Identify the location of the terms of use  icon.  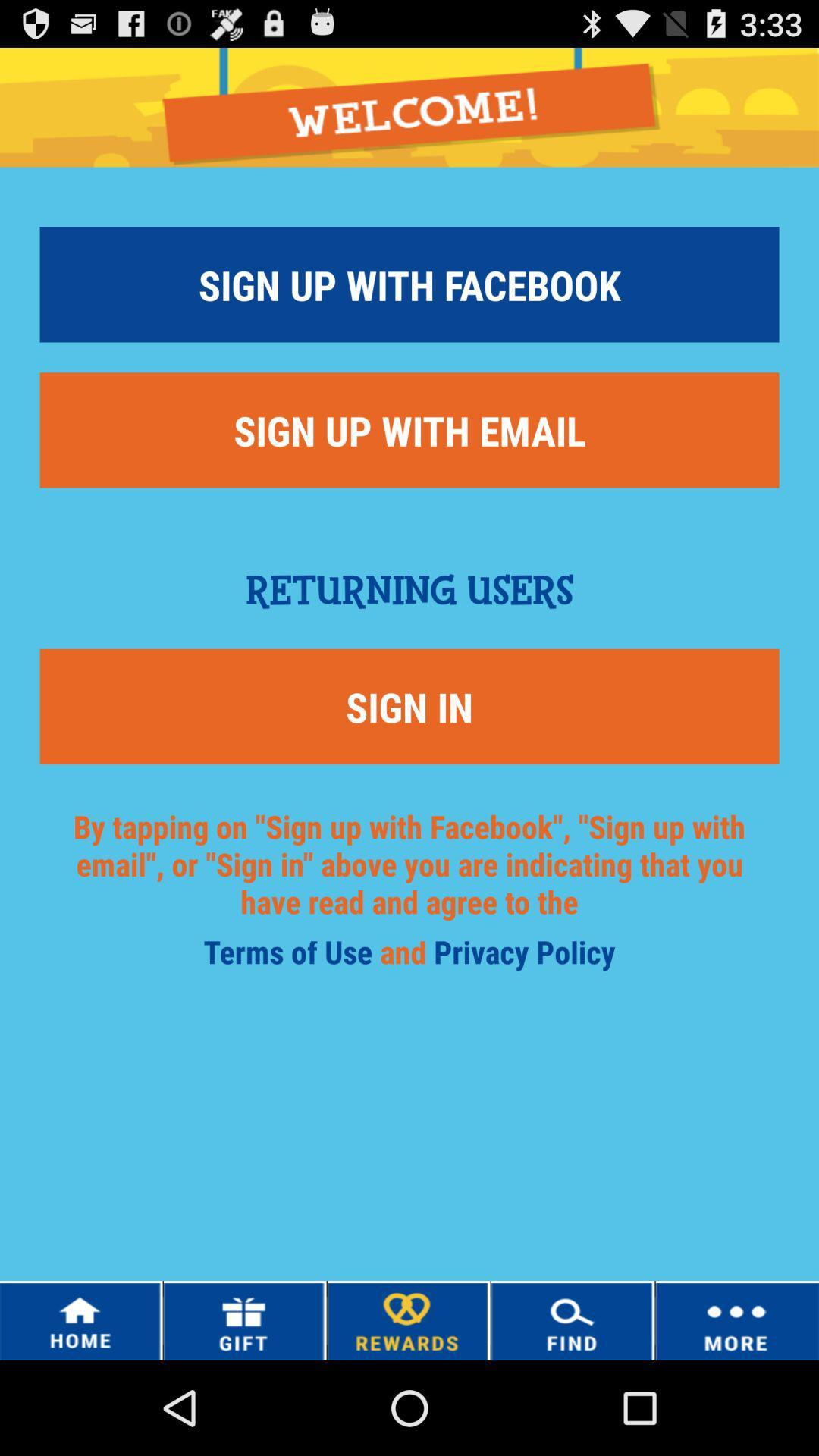
(291, 956).